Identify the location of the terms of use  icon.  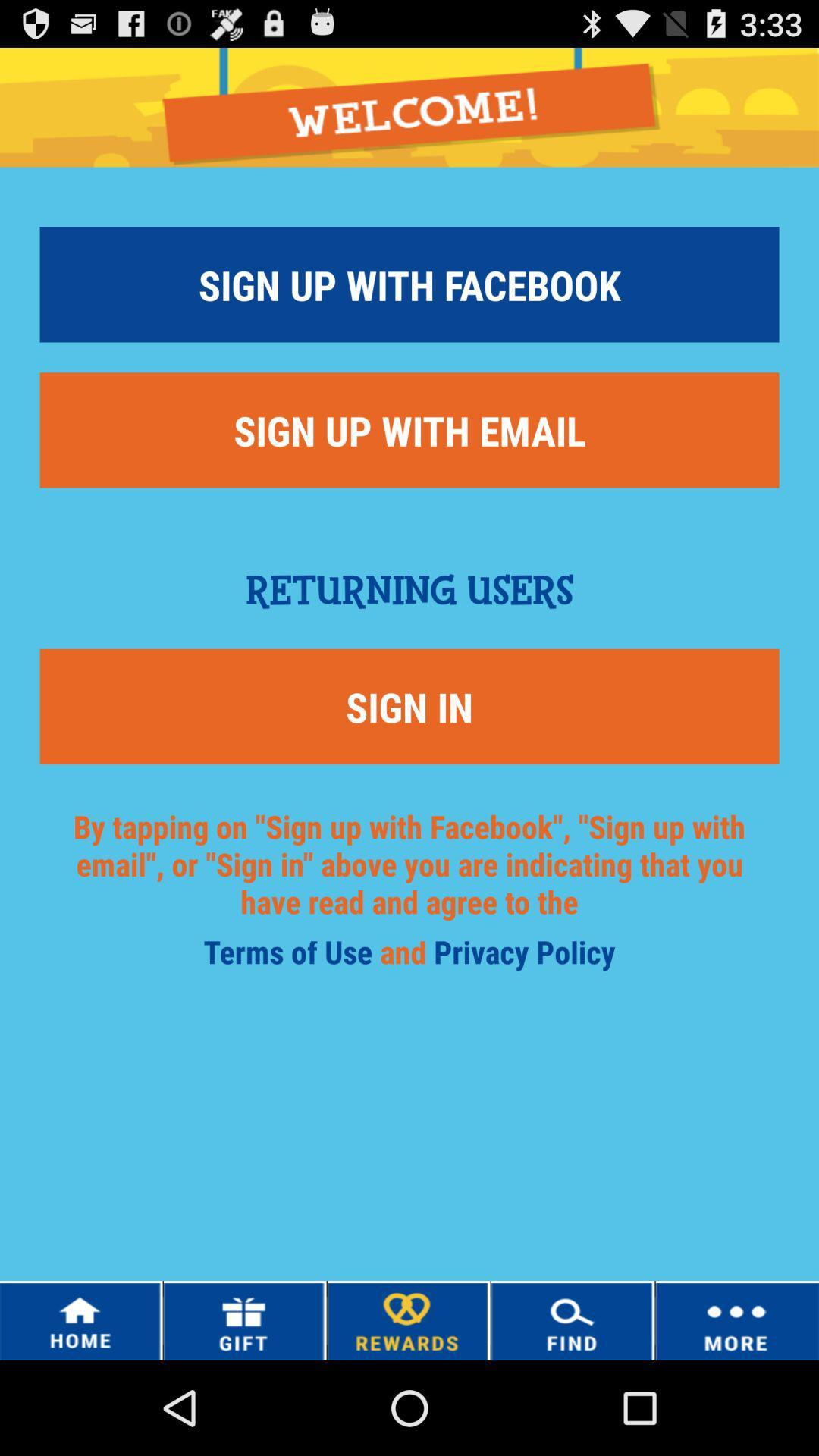
(291, 956).